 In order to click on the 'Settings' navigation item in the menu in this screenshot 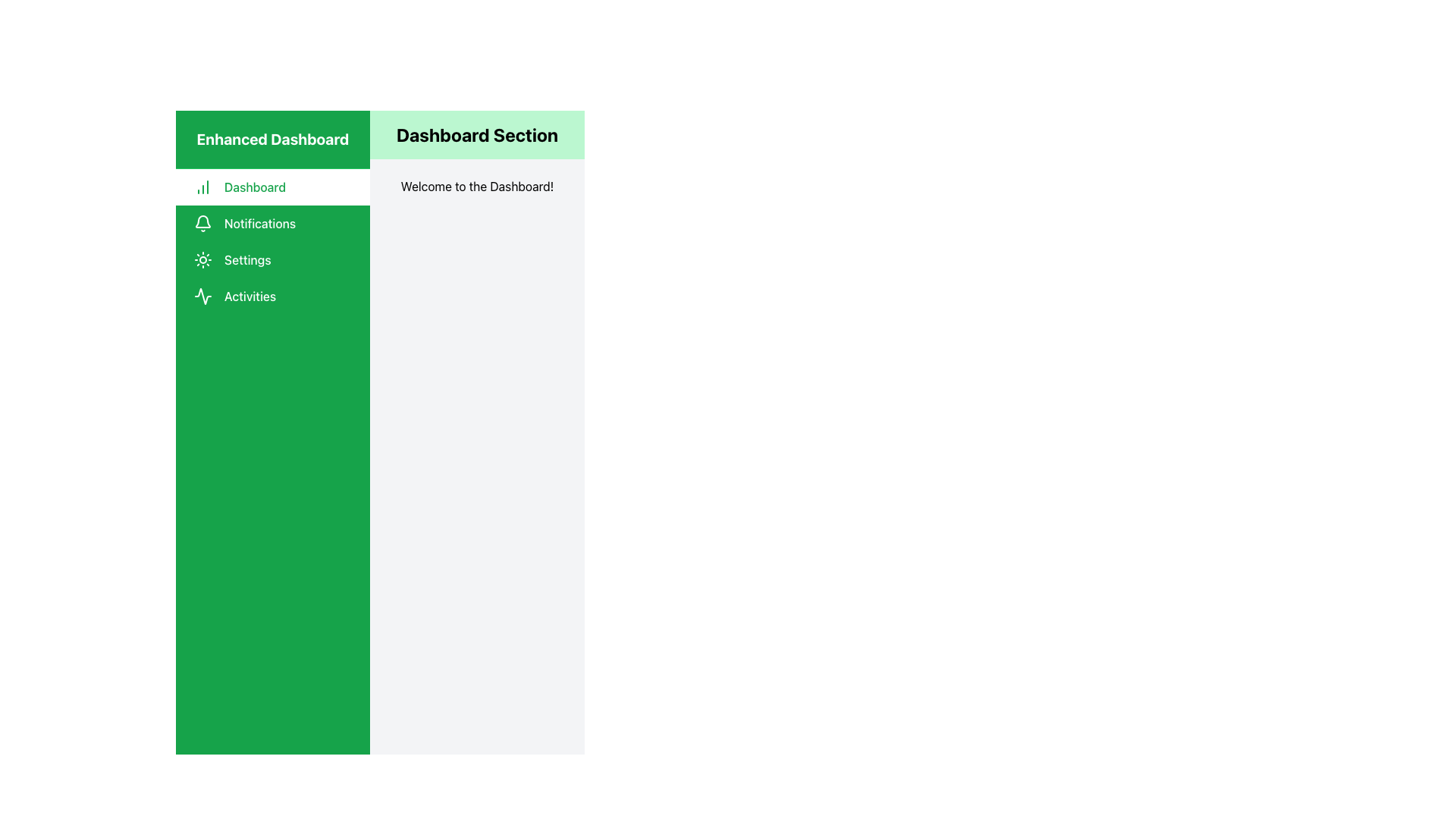, I will do `click(273, 259)`.